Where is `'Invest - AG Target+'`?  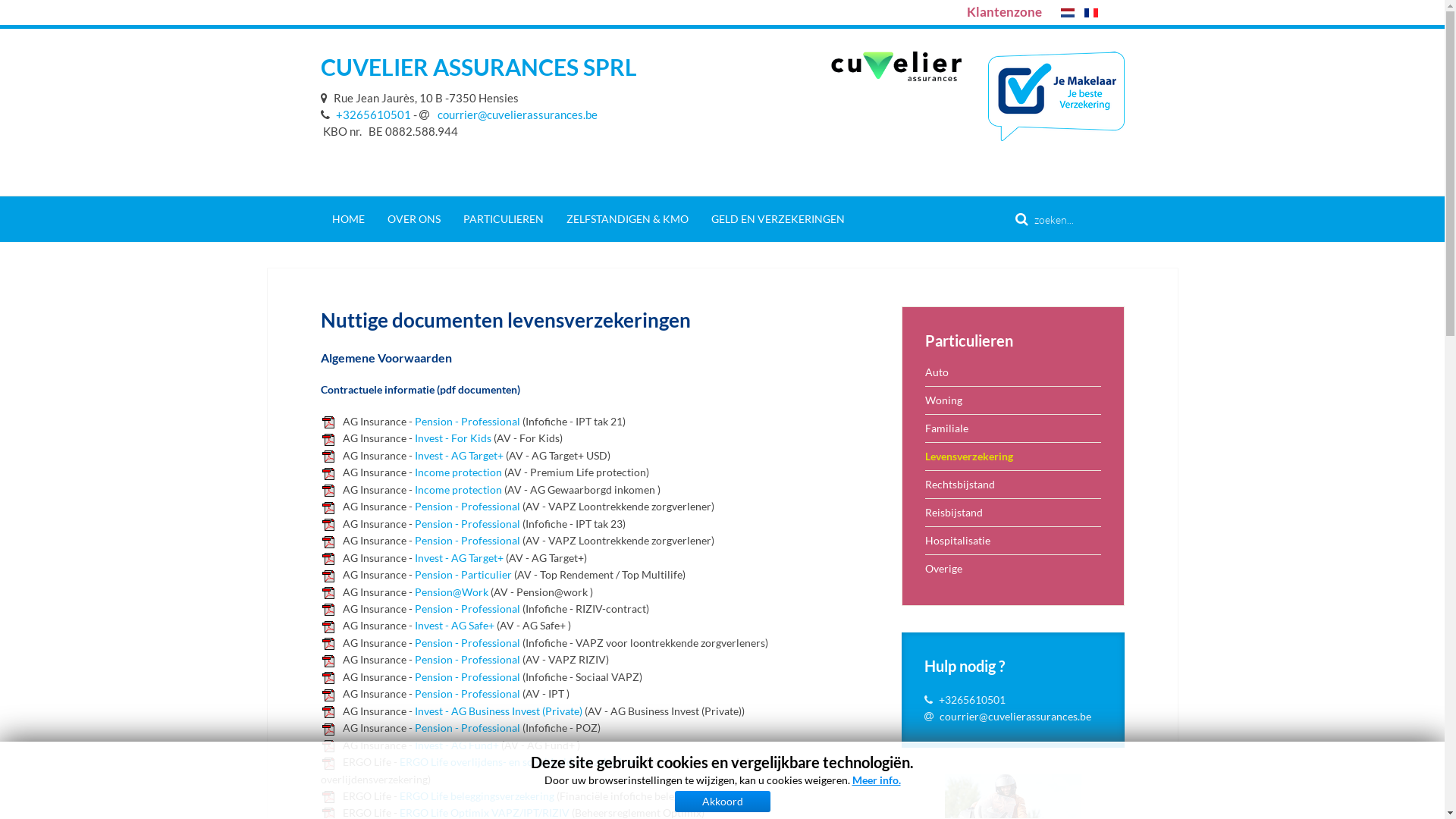
'Invest - AG Target+' is located at coordinates (457, 557).